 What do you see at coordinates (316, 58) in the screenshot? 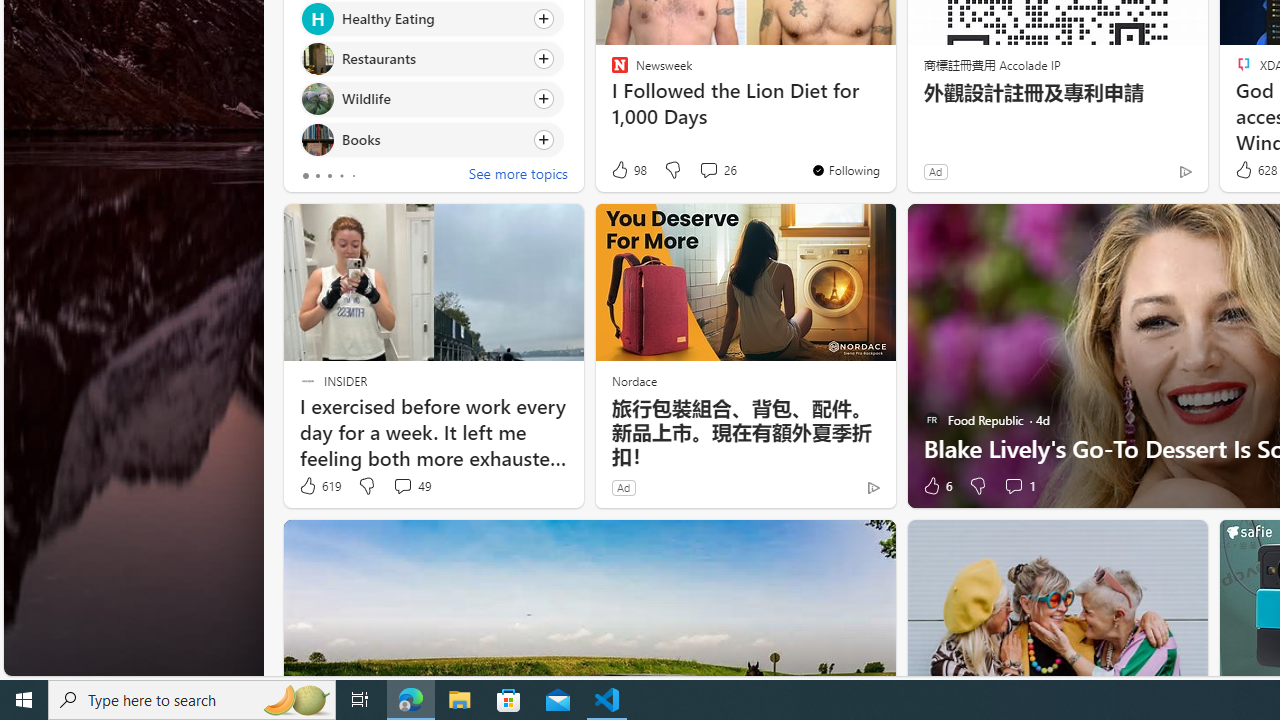
I see `'Restaurants'` at bounding box center [316, 58].